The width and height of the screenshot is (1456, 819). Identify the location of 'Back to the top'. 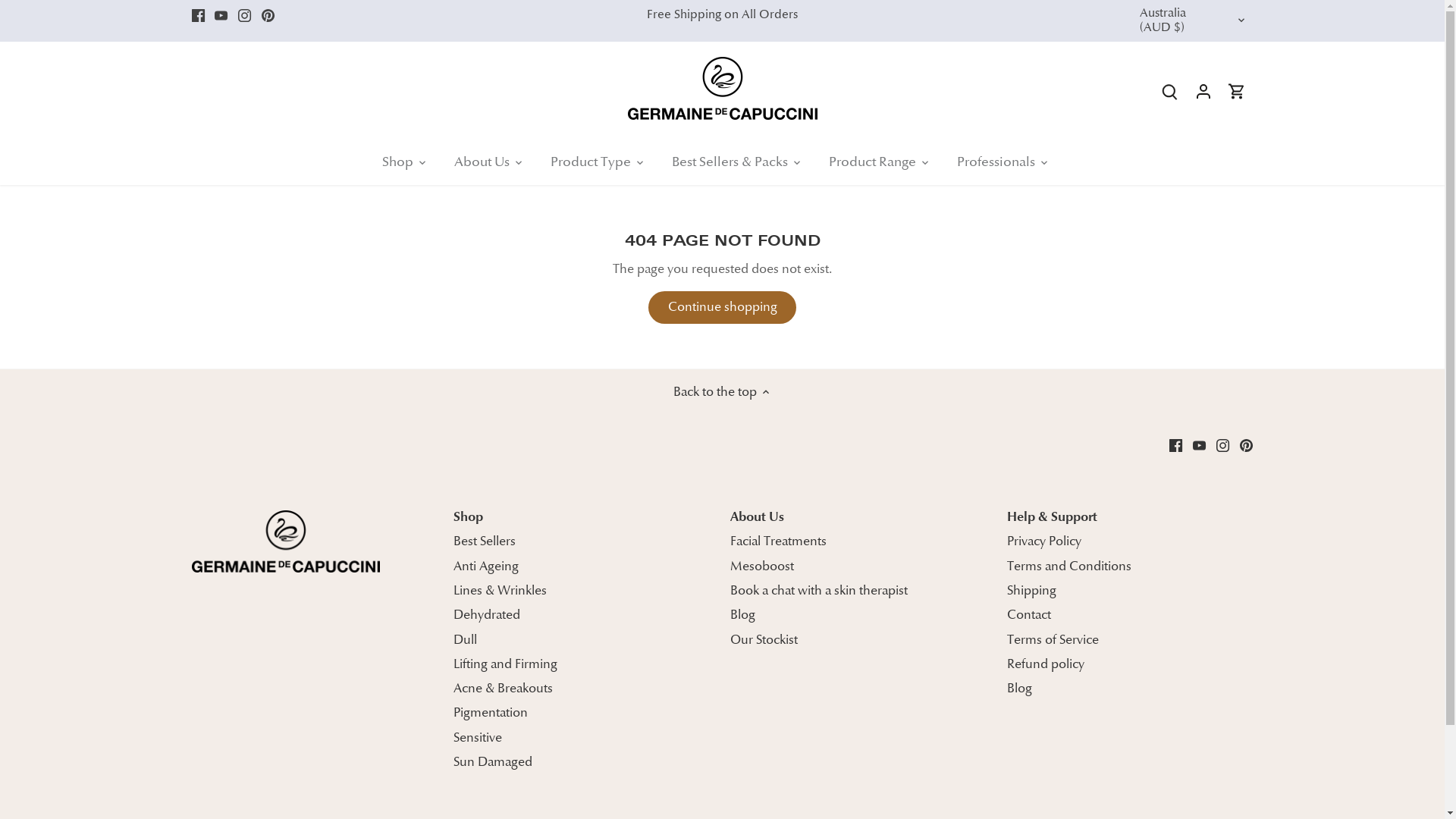
(673, 391).